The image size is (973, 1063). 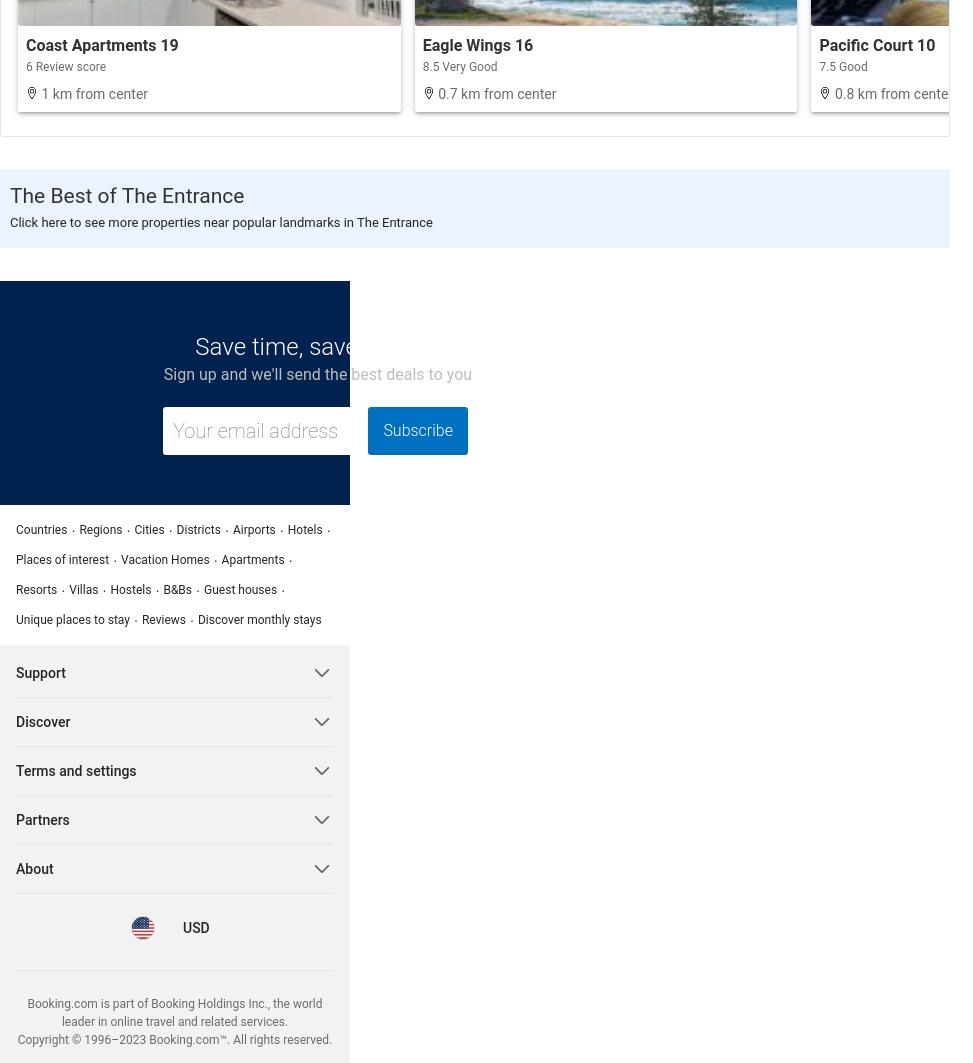 I want to click on 'Sign up and we'll send the best deals to you', so click(x=317, y=374).